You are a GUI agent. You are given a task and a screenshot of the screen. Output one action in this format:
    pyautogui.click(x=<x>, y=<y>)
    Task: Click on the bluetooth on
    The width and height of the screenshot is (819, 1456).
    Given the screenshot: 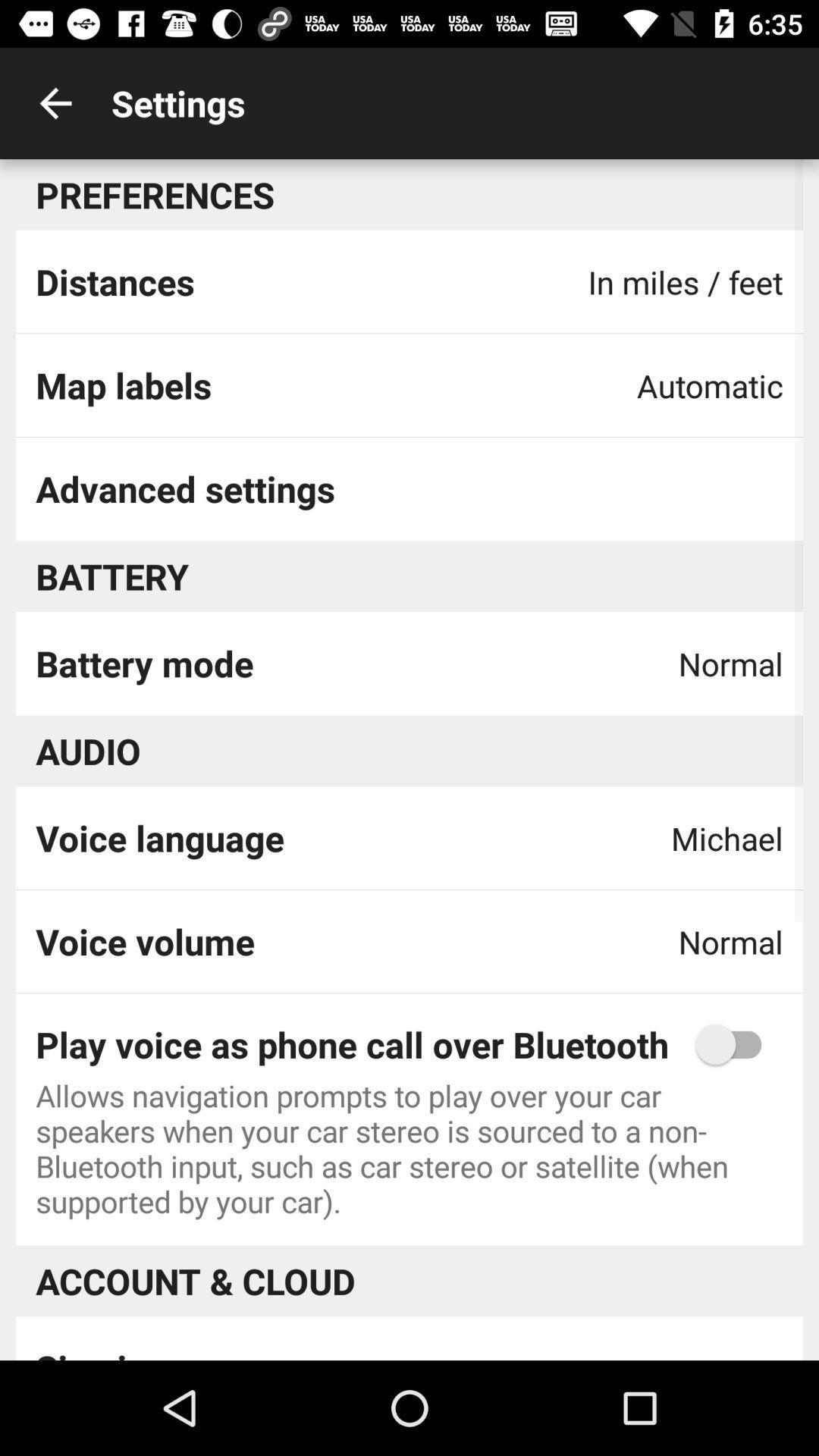 What is the action you would take?
    pyautogui.click(x=735, y=1043)
    